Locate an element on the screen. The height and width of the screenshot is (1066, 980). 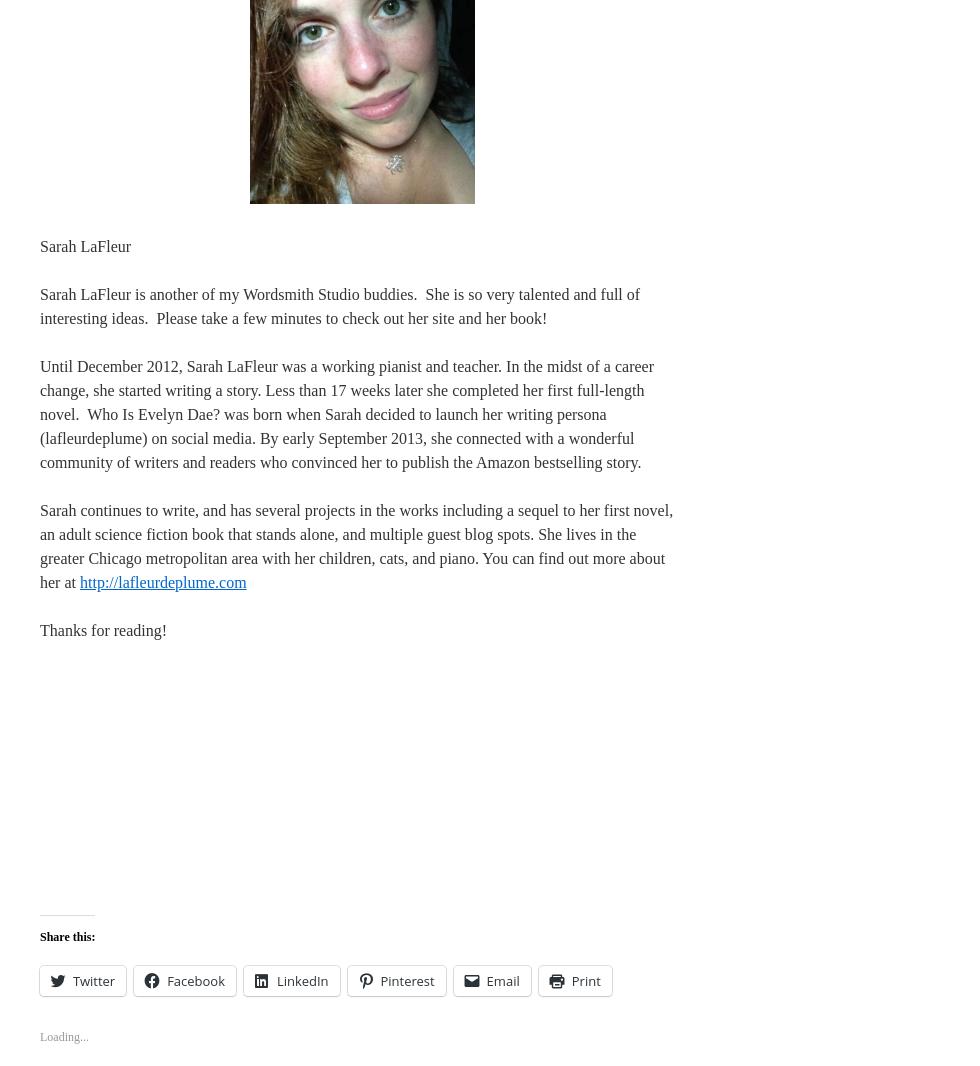
'LinkedIn' is located at coordinates (277, 979).